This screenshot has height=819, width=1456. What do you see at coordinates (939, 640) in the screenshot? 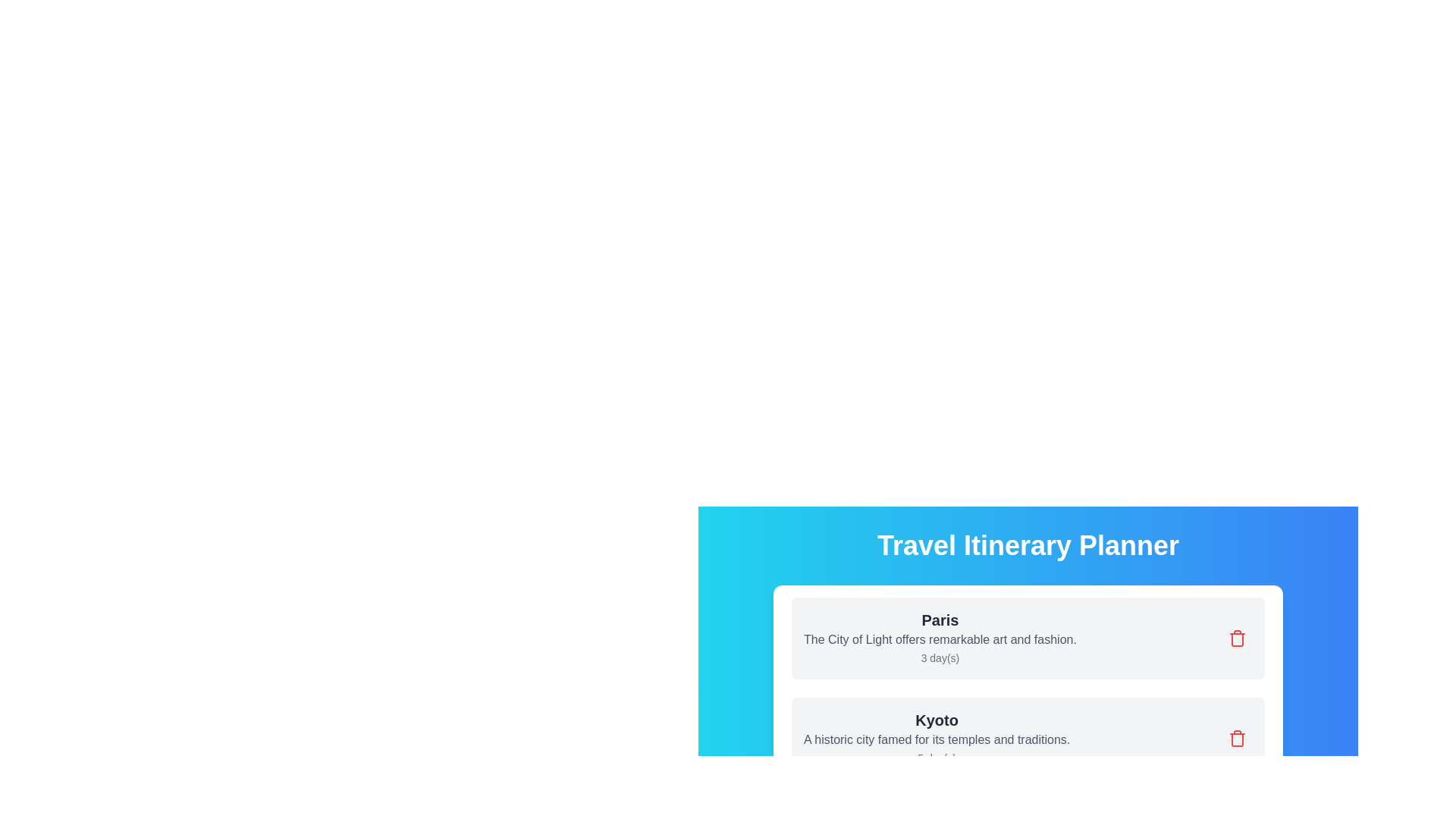
I see `the static text element that provides a description or tagline related to 'Paris', positioned beneath the title 'Paris' and above '3 day(s)' in the travel itinerary card` at bounding box center [939, 640].